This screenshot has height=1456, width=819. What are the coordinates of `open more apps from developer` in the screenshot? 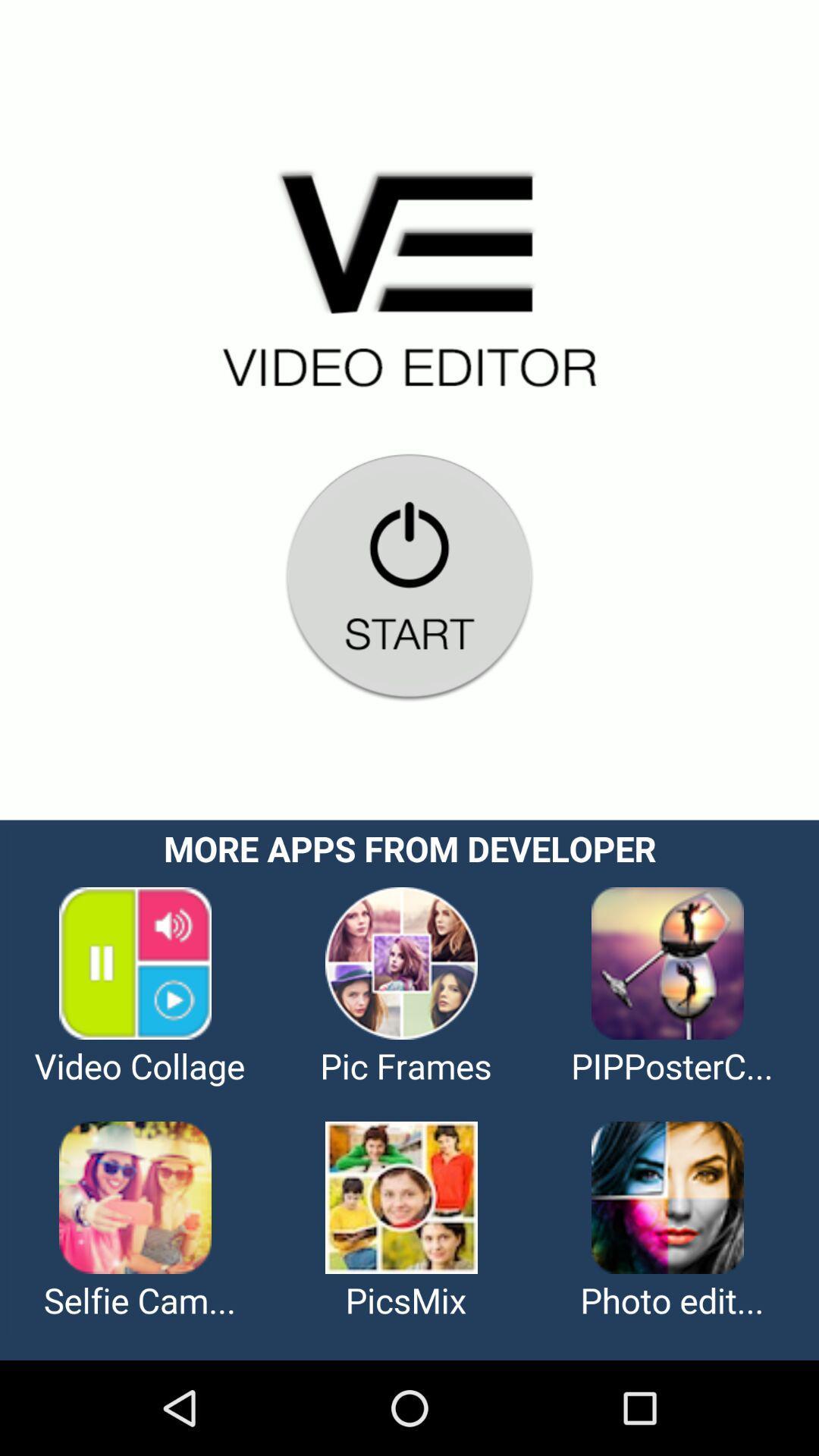 It's located at (409, 1089).